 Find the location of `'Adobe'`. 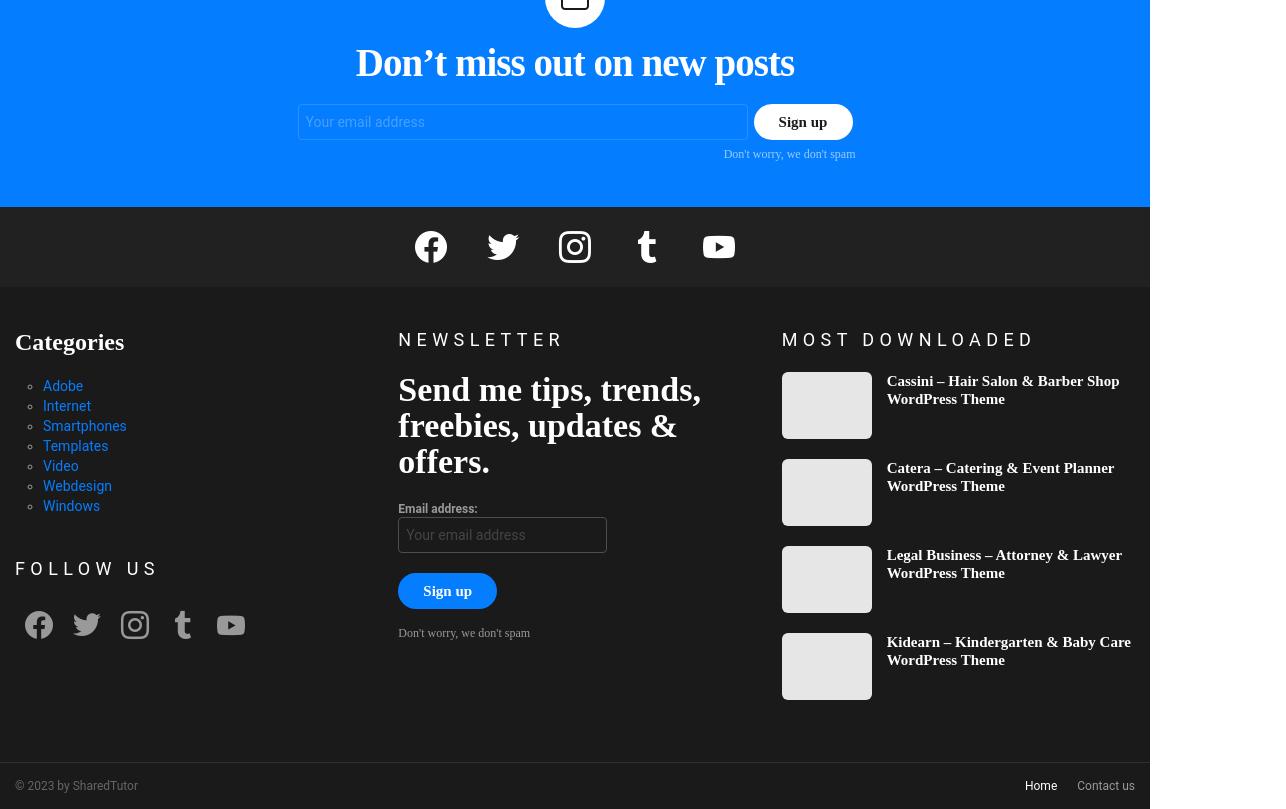

'Adobe' is located at coordinates (42, 385).